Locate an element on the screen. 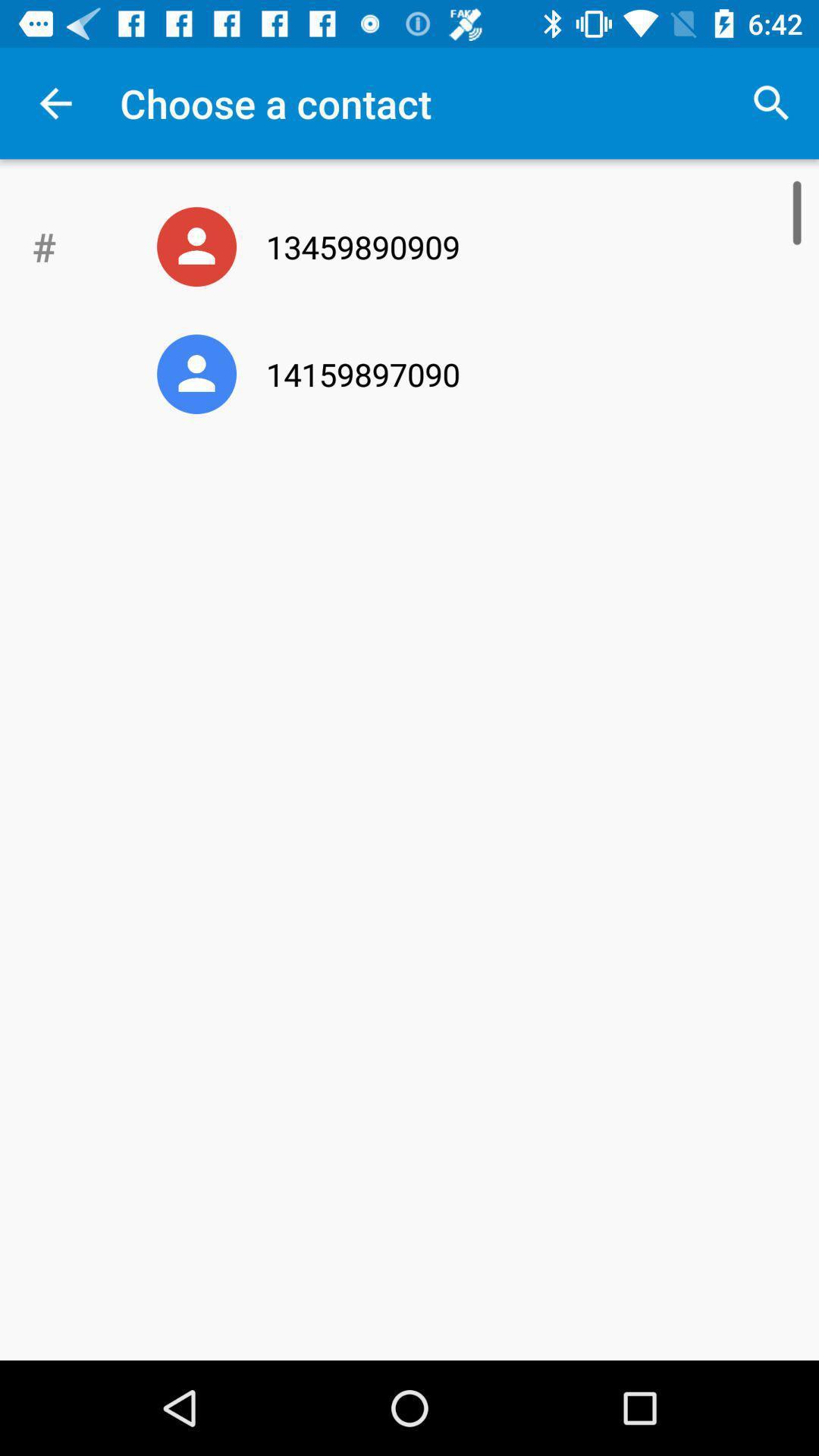 This screenshot has height=1456, width=819. app to the right of choose a contact item is located at coordinates (771, 102).